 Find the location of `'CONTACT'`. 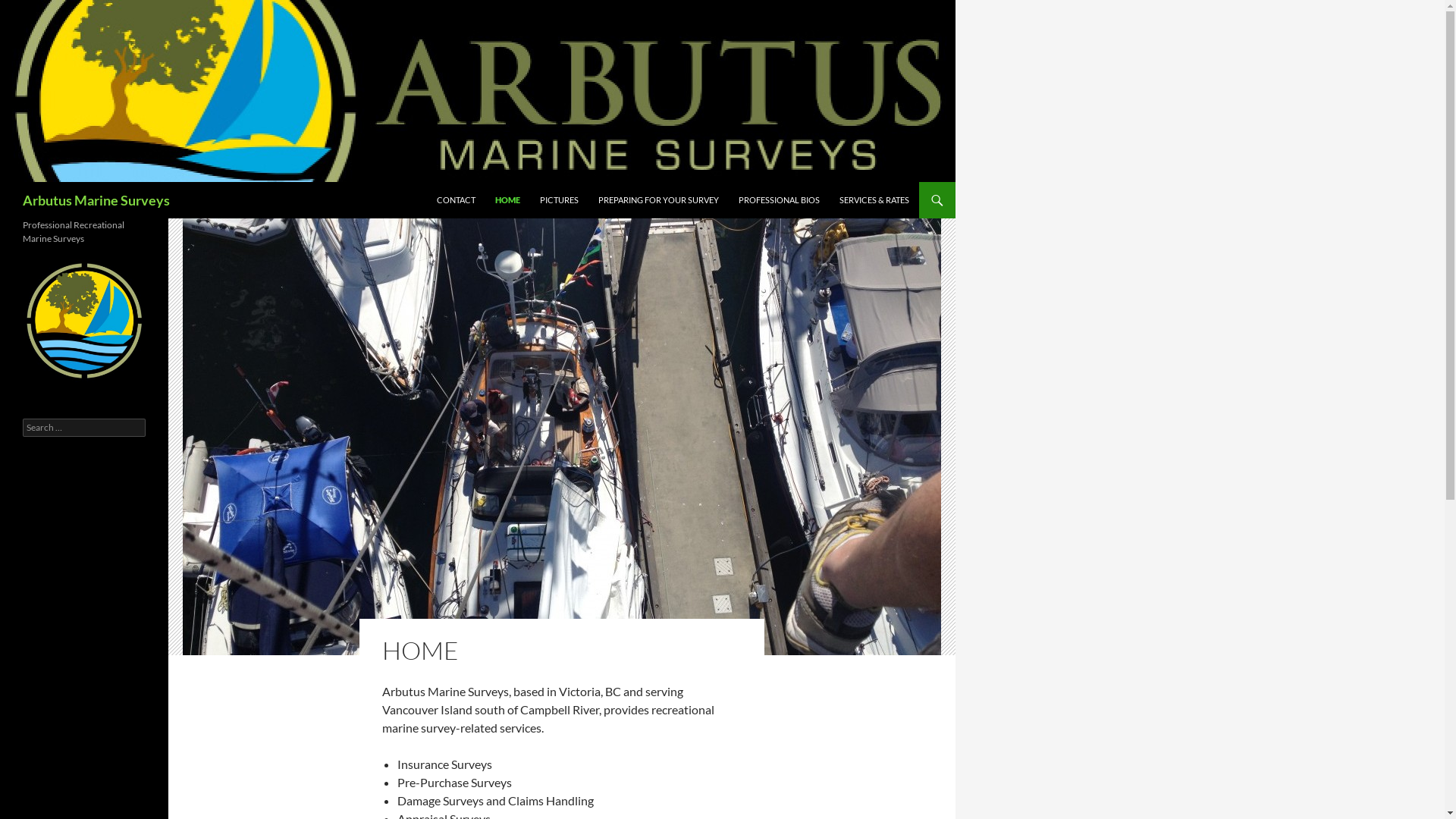

'CONTACT' is located at coordinates (455, 199).